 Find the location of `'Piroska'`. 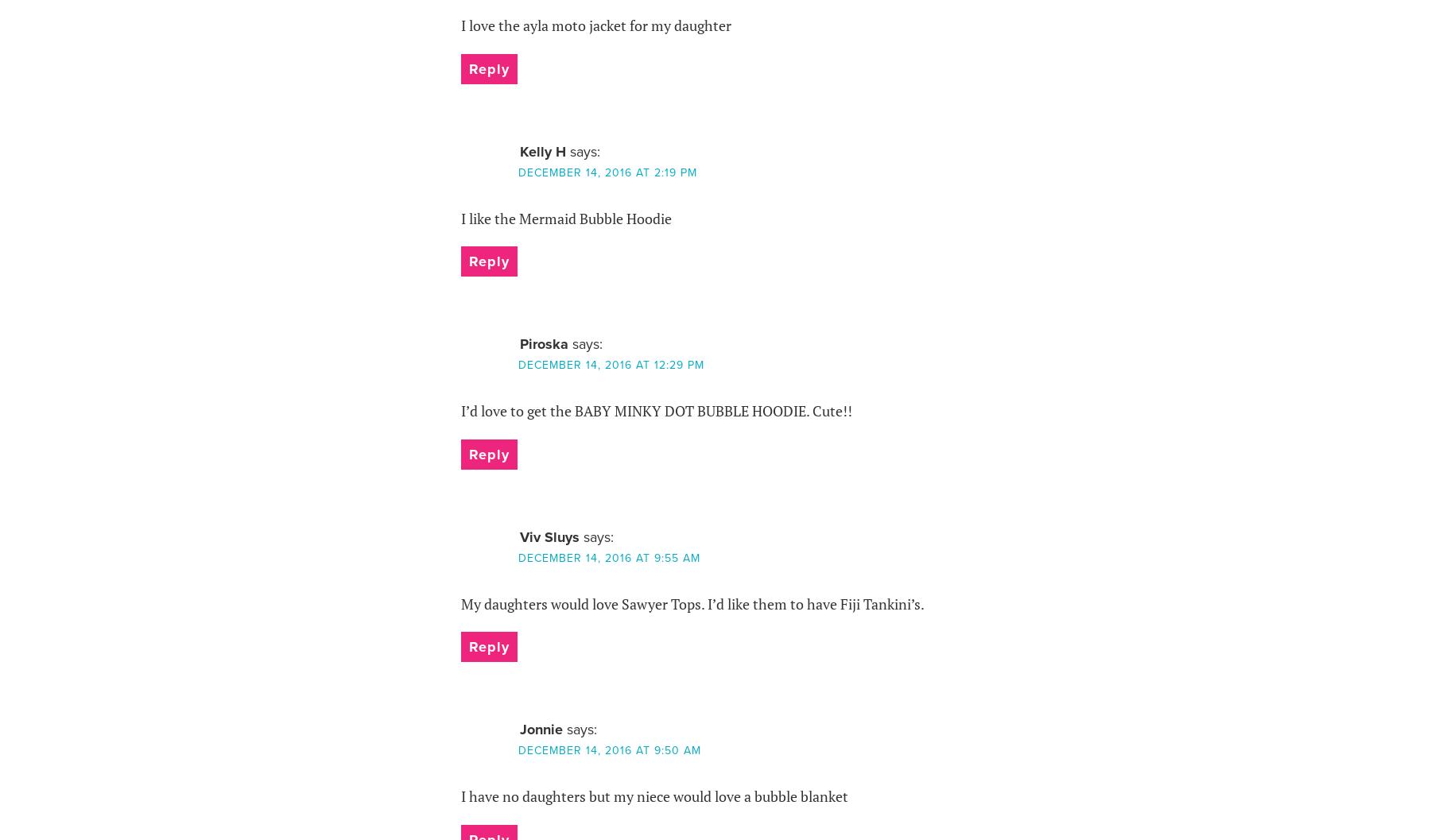

'Piroska' is located at coordinates (542, 343).